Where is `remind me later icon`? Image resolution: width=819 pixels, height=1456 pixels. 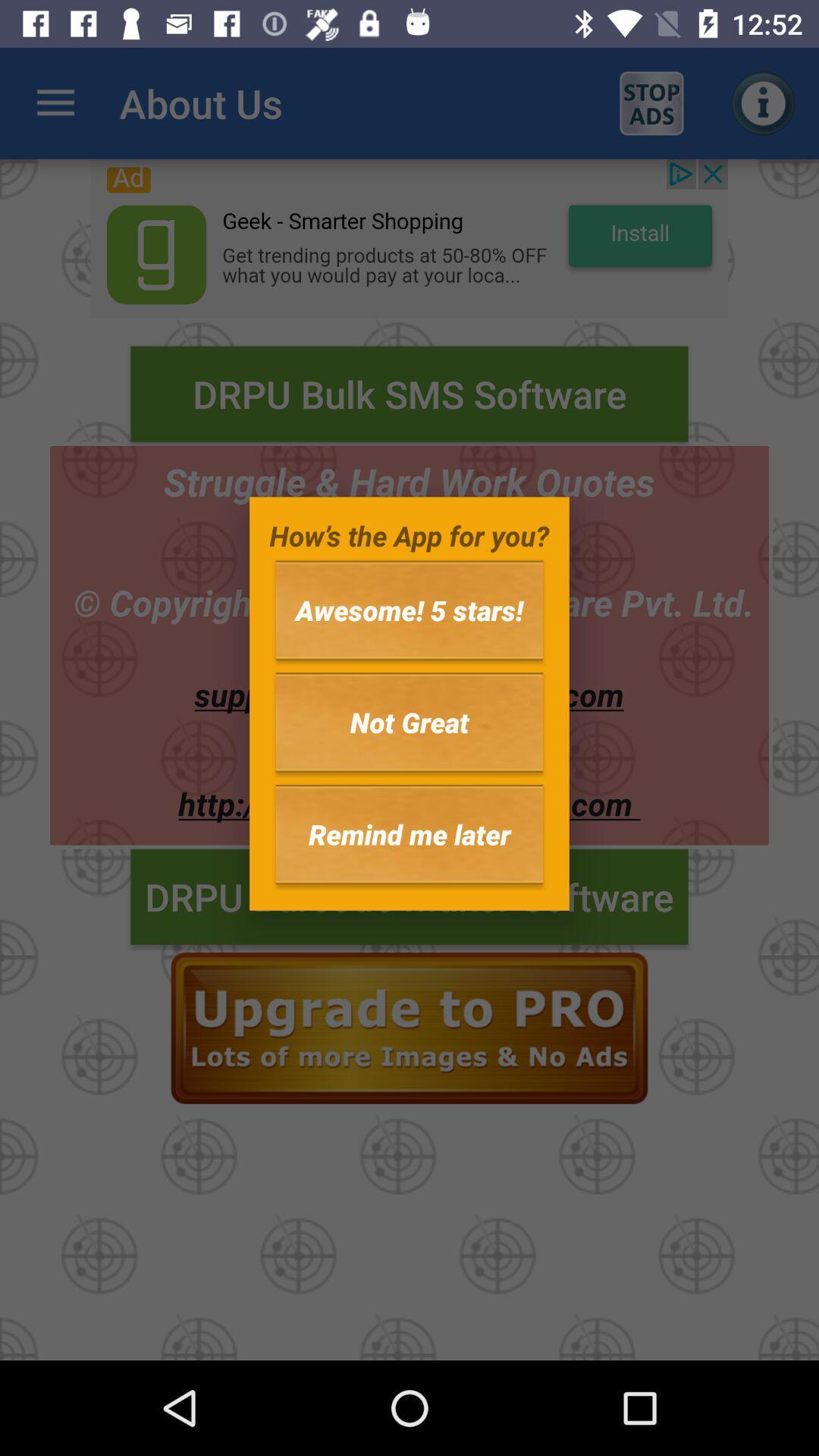 remind me later icon is located at coordinates (409, 833).